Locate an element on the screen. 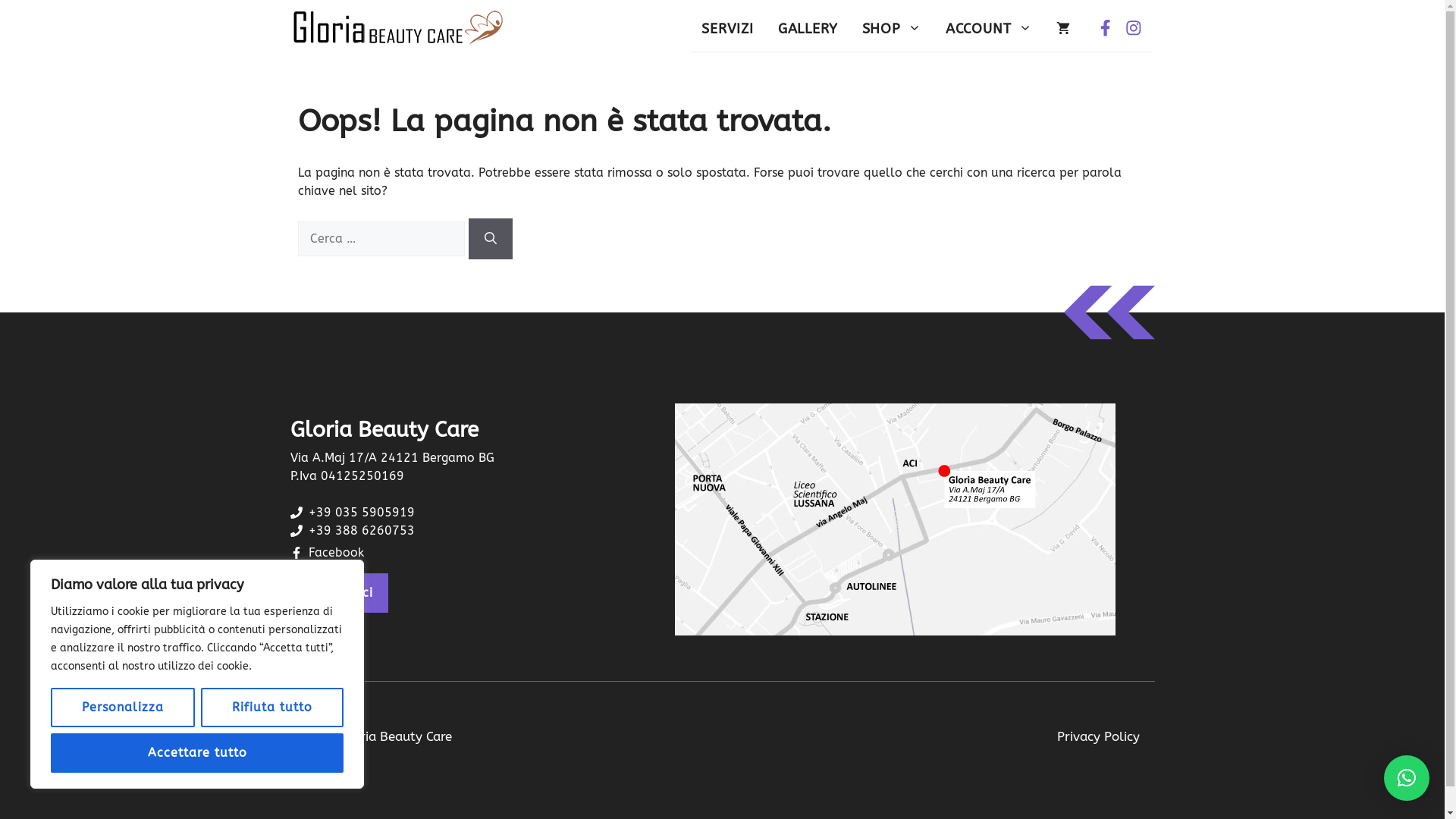 Image resolution: width=1456 pixels, height=819 pixels. 'Ricerca per:' is located at coordinates (381, 239).